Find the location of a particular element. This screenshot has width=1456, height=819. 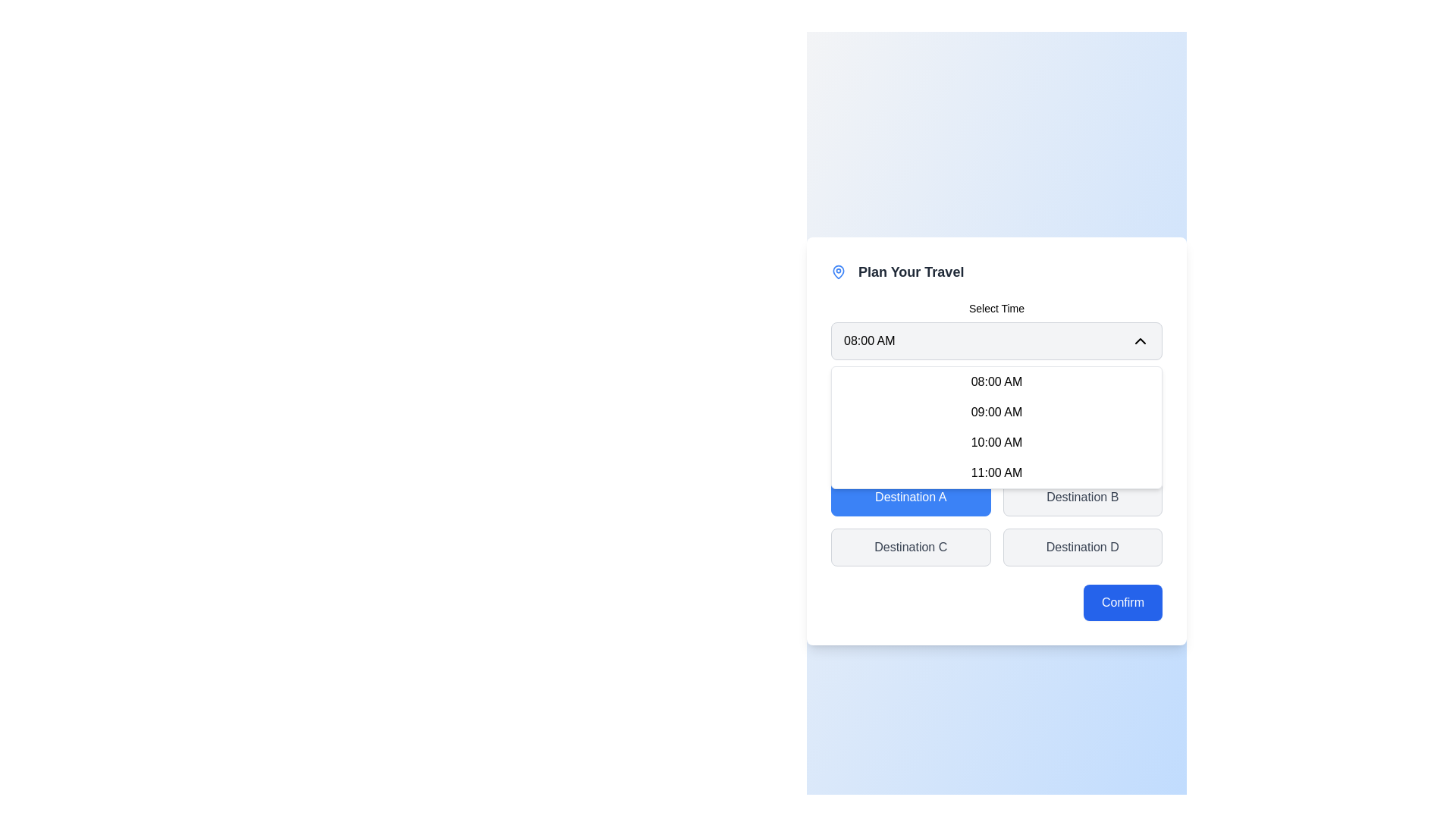

the 'Select Time' dropdown menu is located at coordinates (996, 329).